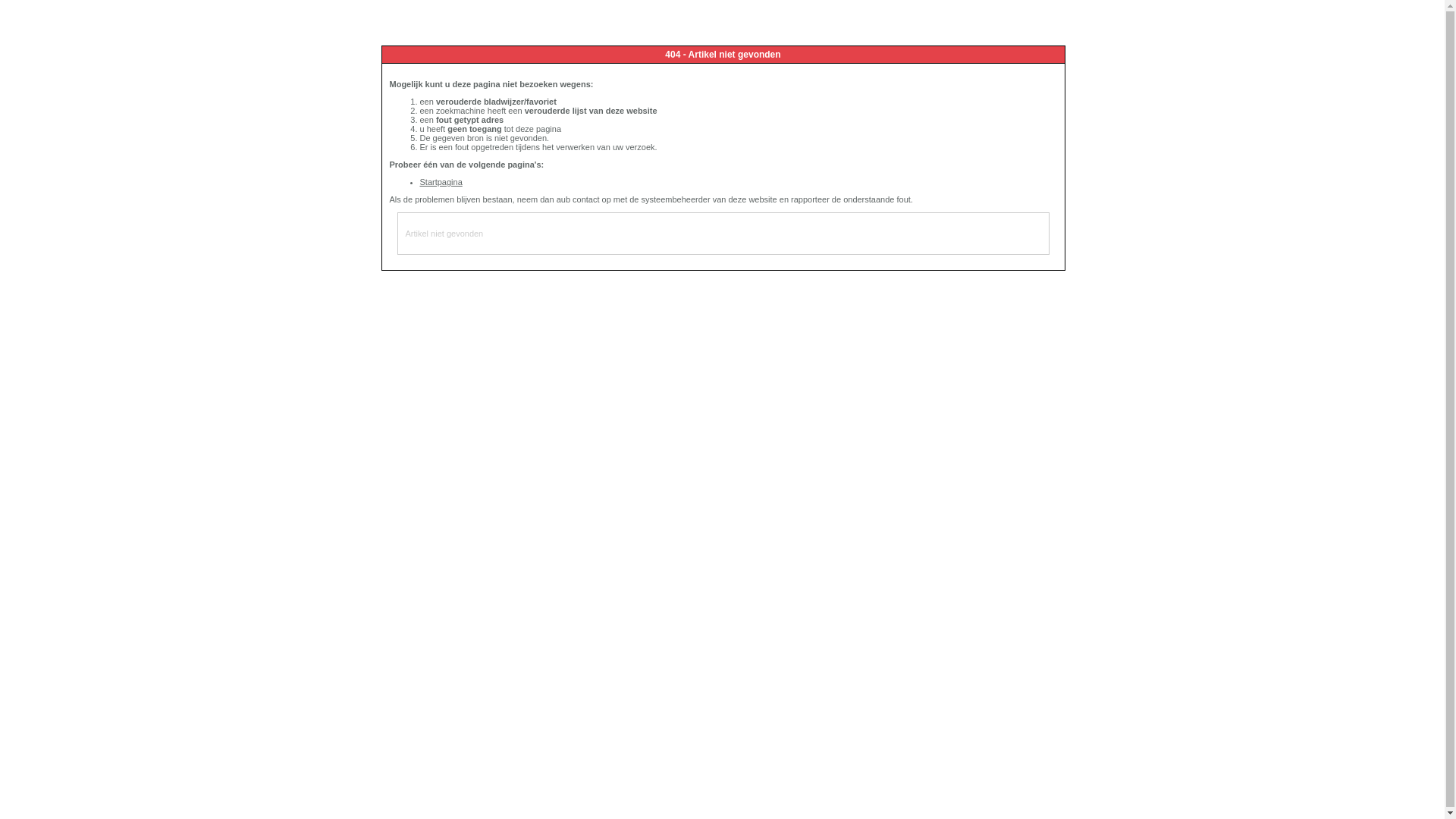 The image size is (1456, 819). I want to click on 'Startpagina', so click(419, 180).